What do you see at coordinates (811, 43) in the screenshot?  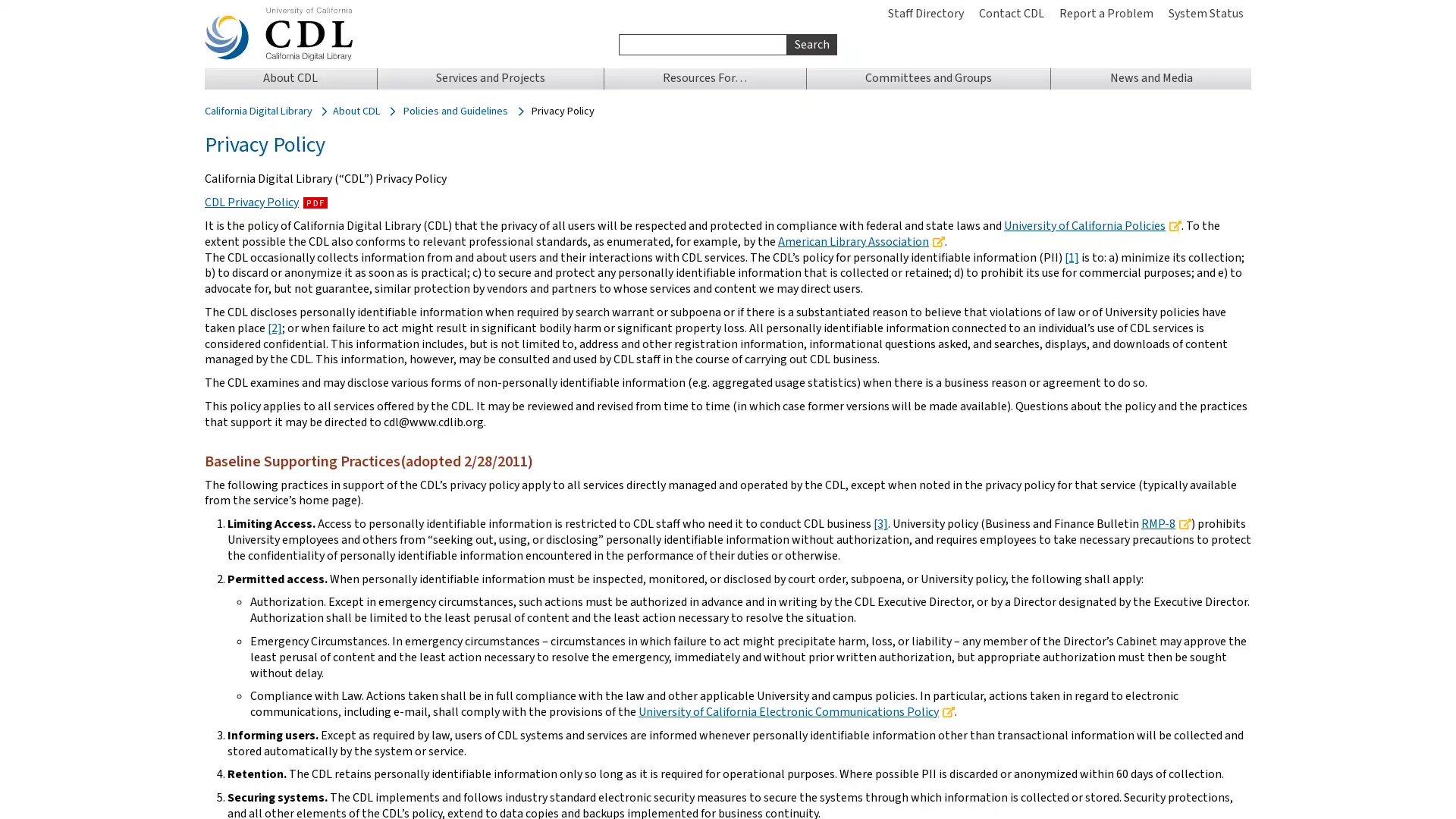 I see `Search` at bounding box center [811, 43].